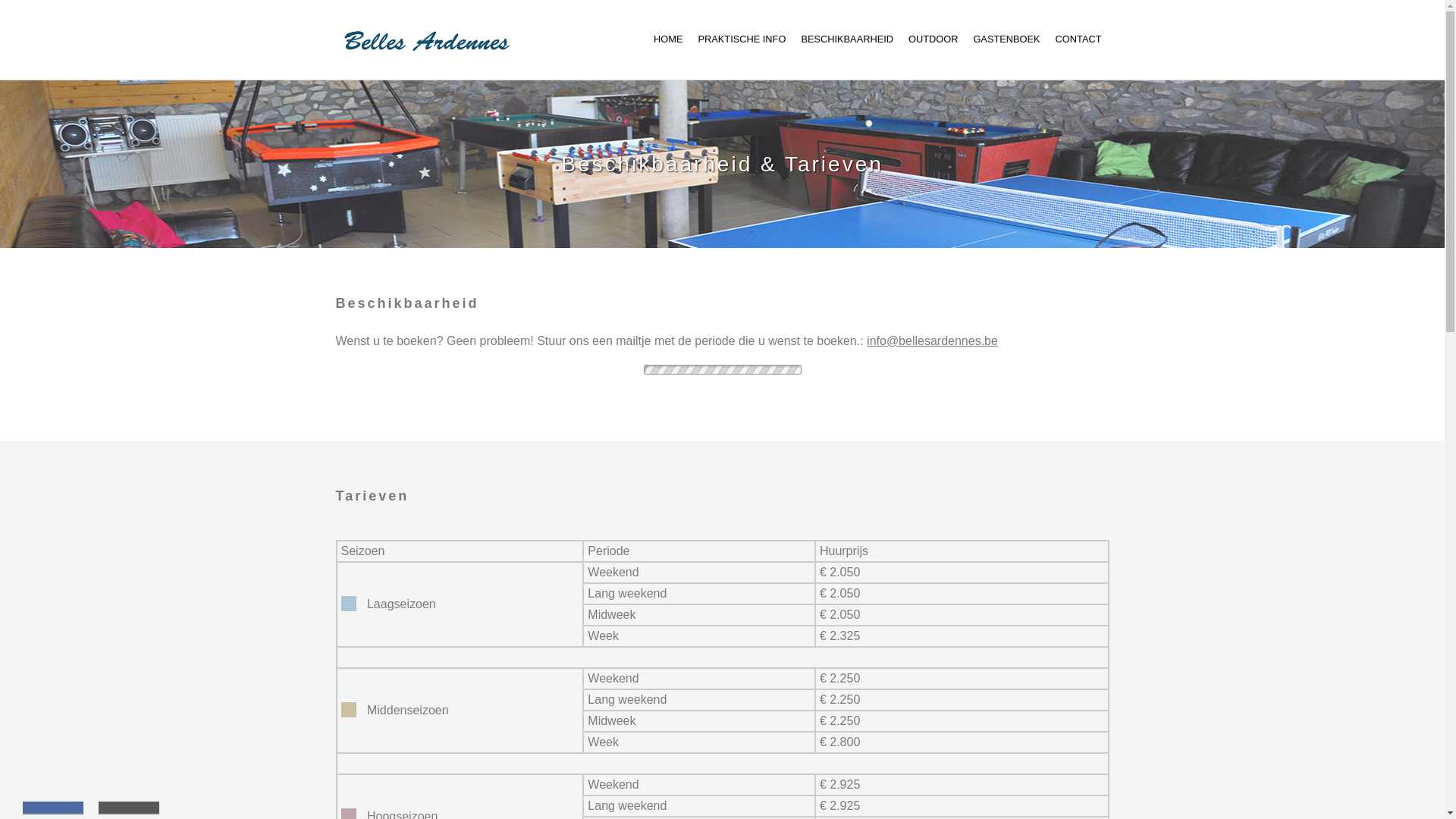 This screenshot has height=819, width=1456. Describe the element at coordinates (1006, 38) in the screenshot. I see `'GASTENBOEK'` at that location.